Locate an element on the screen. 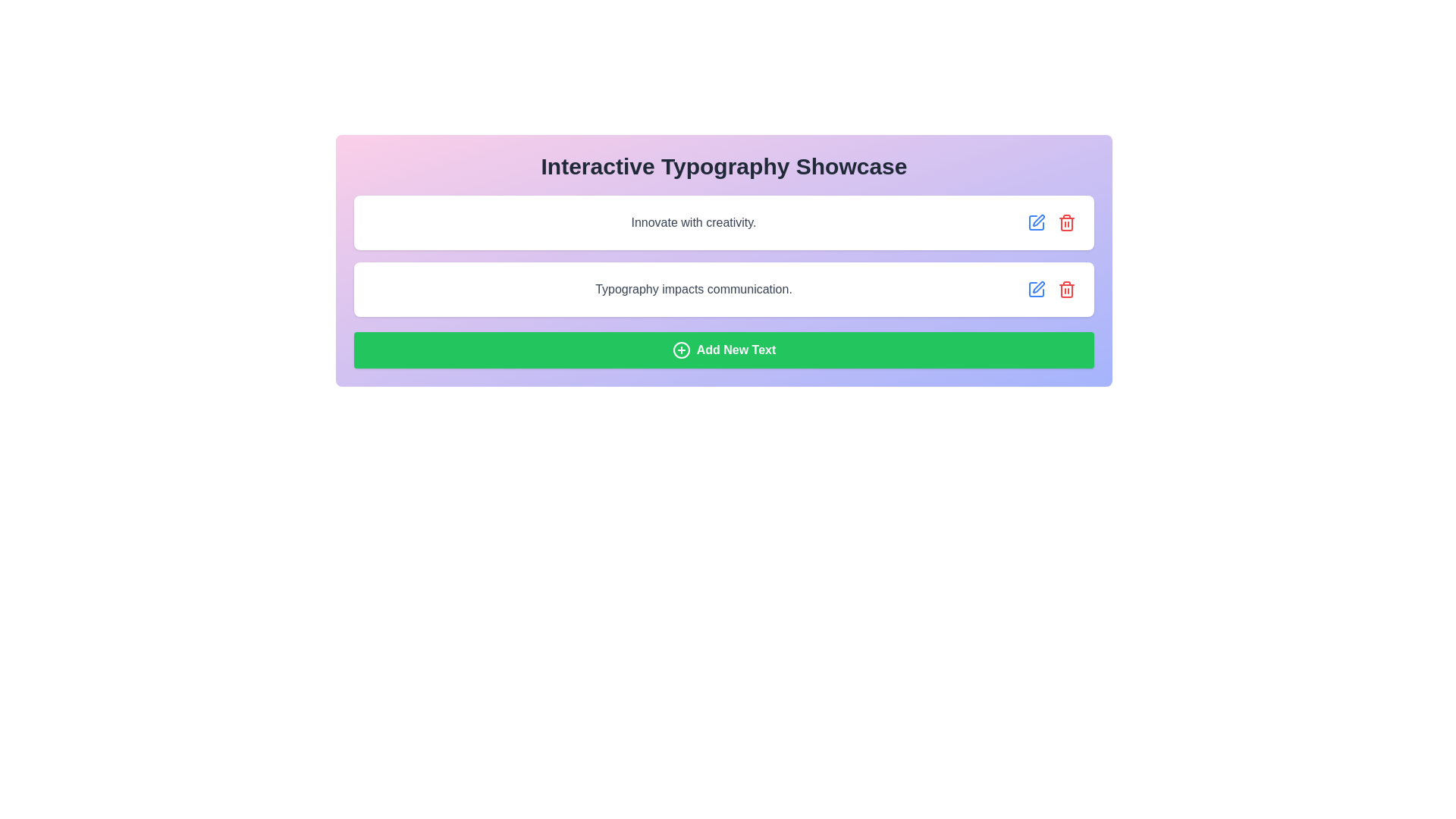 This screenshot has height=819, width=1456. the SVG circle element that forms the outer rim of the 'plus in a circle' icon on the green 'Add New Text' button, located at the bottom section of the interface is located at coordinates (680, 350).